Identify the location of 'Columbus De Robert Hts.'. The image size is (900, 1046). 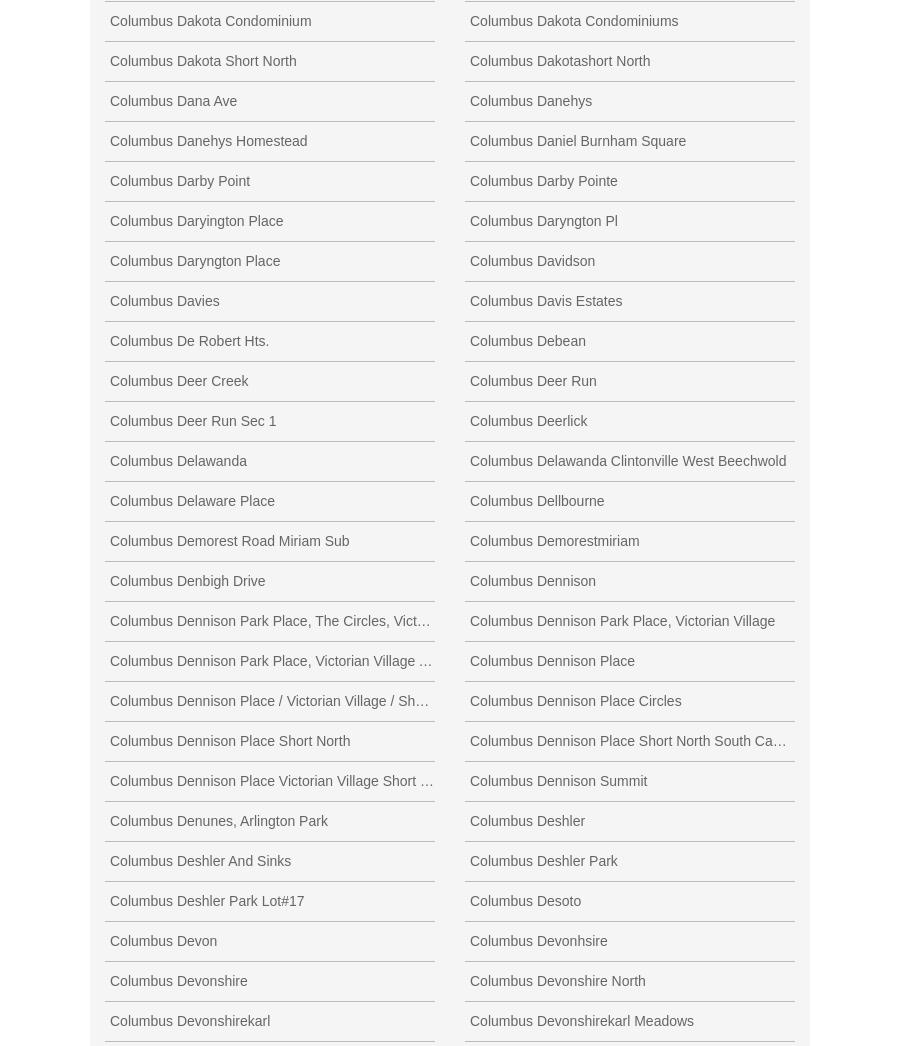
(189, 338).